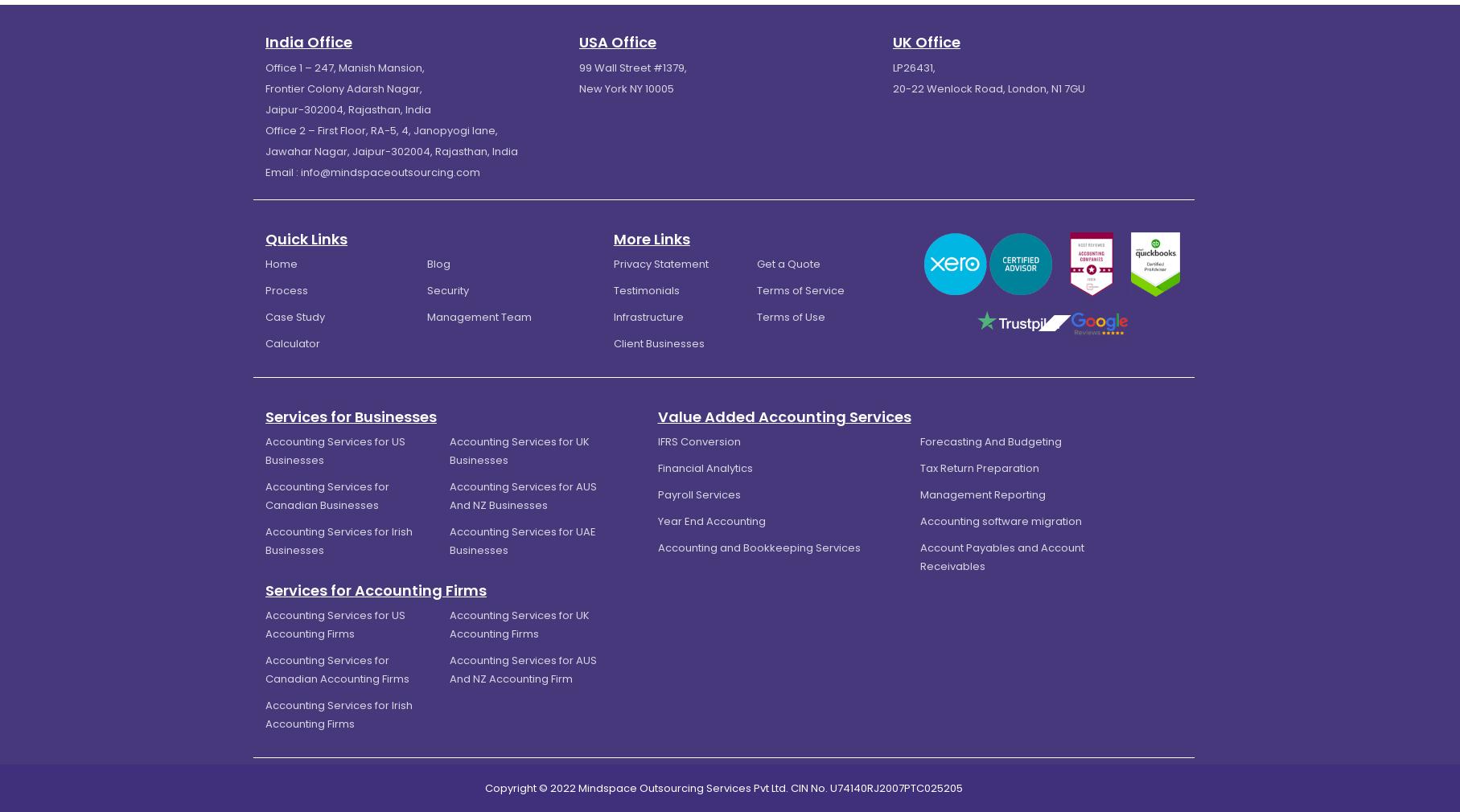 The width and height of the screenshot is (1460, 812). I want to click on 'Accounting Services for US Accounting Firms', so click(335, 623).